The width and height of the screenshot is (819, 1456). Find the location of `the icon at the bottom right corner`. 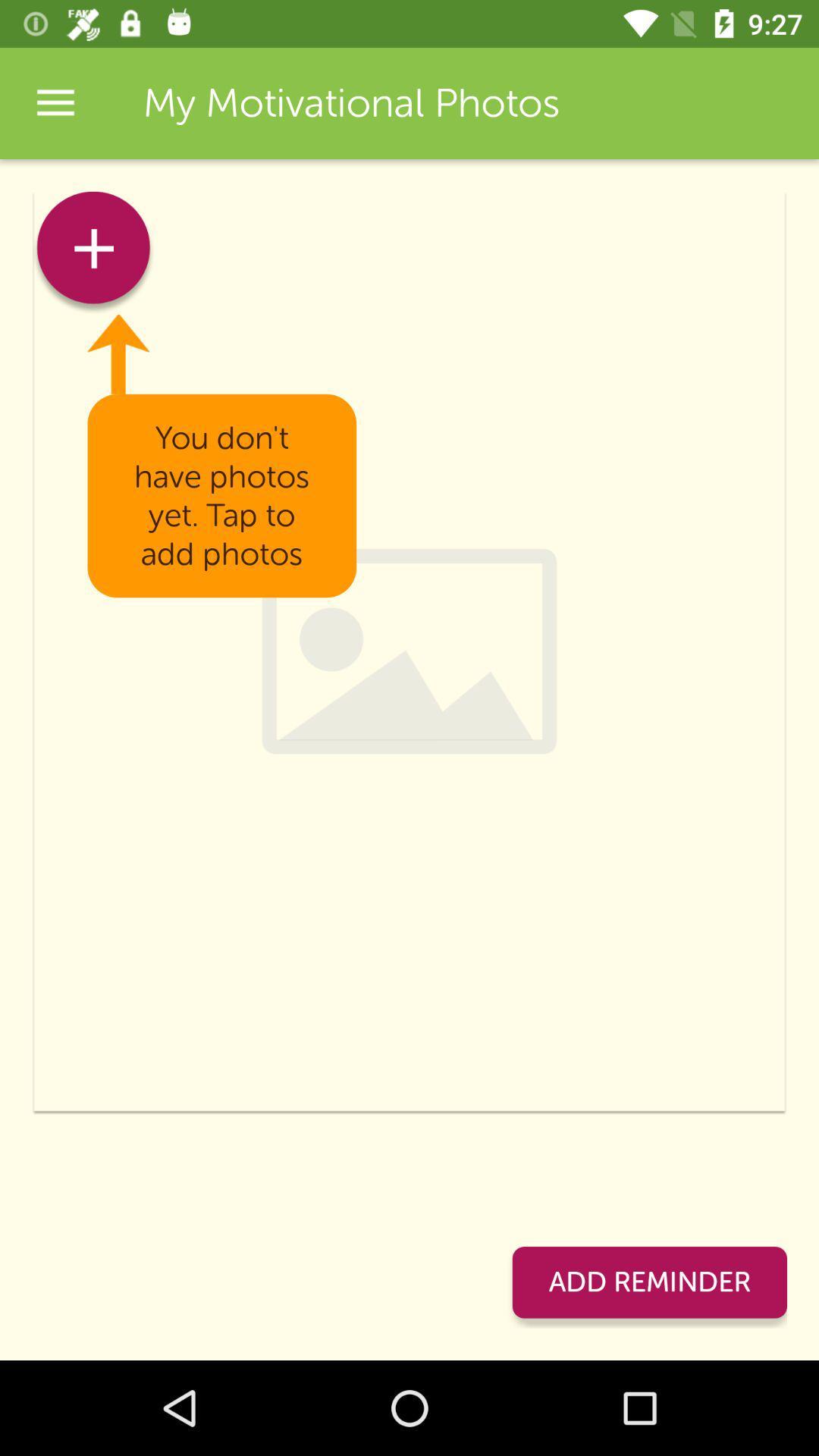

the icon at the bottom right corner is located at coordinates (648, 1282).